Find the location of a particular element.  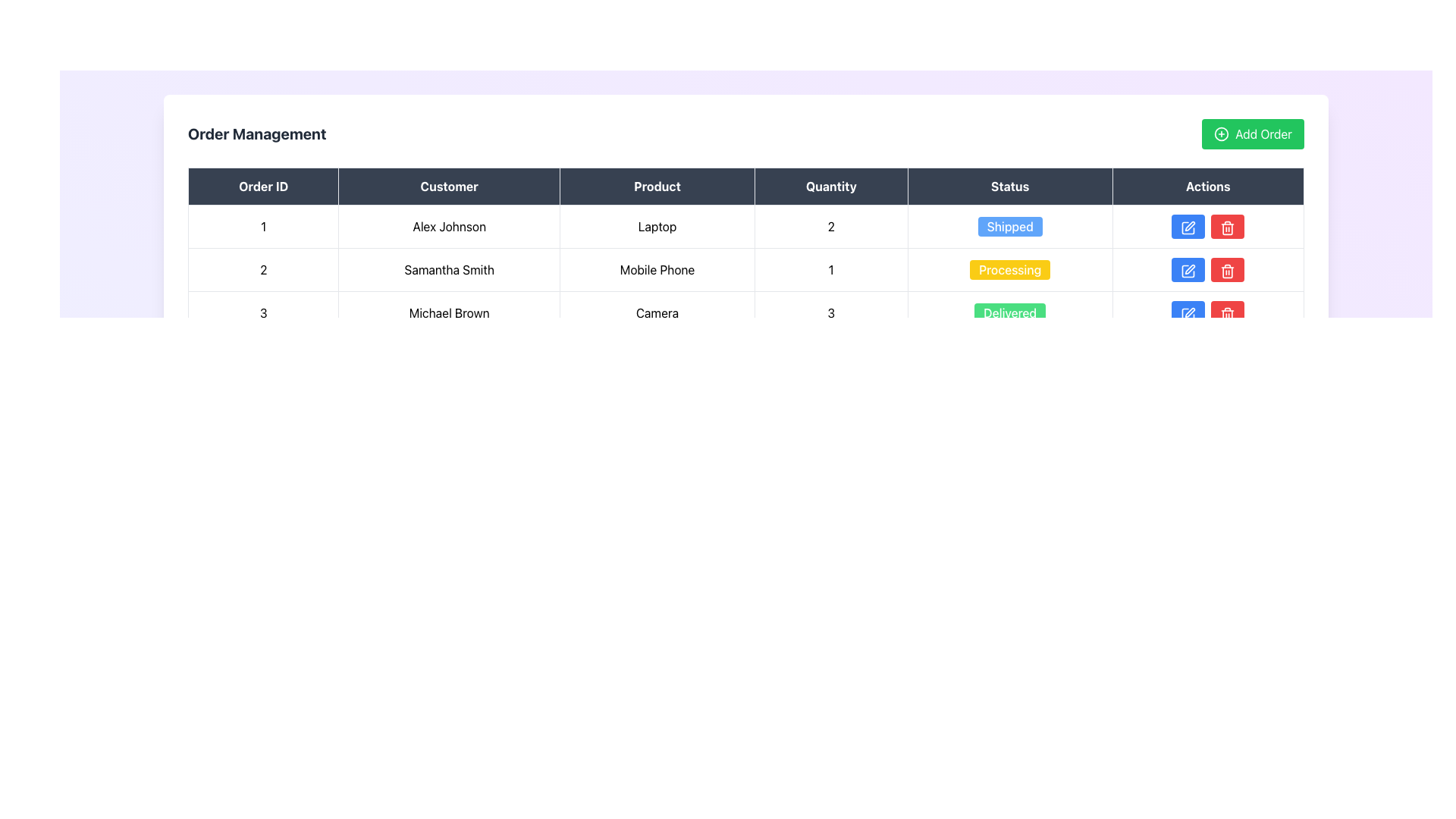

the edit icon button located in the second row of the 'Actions' column is located at coordinates (1188, 270).